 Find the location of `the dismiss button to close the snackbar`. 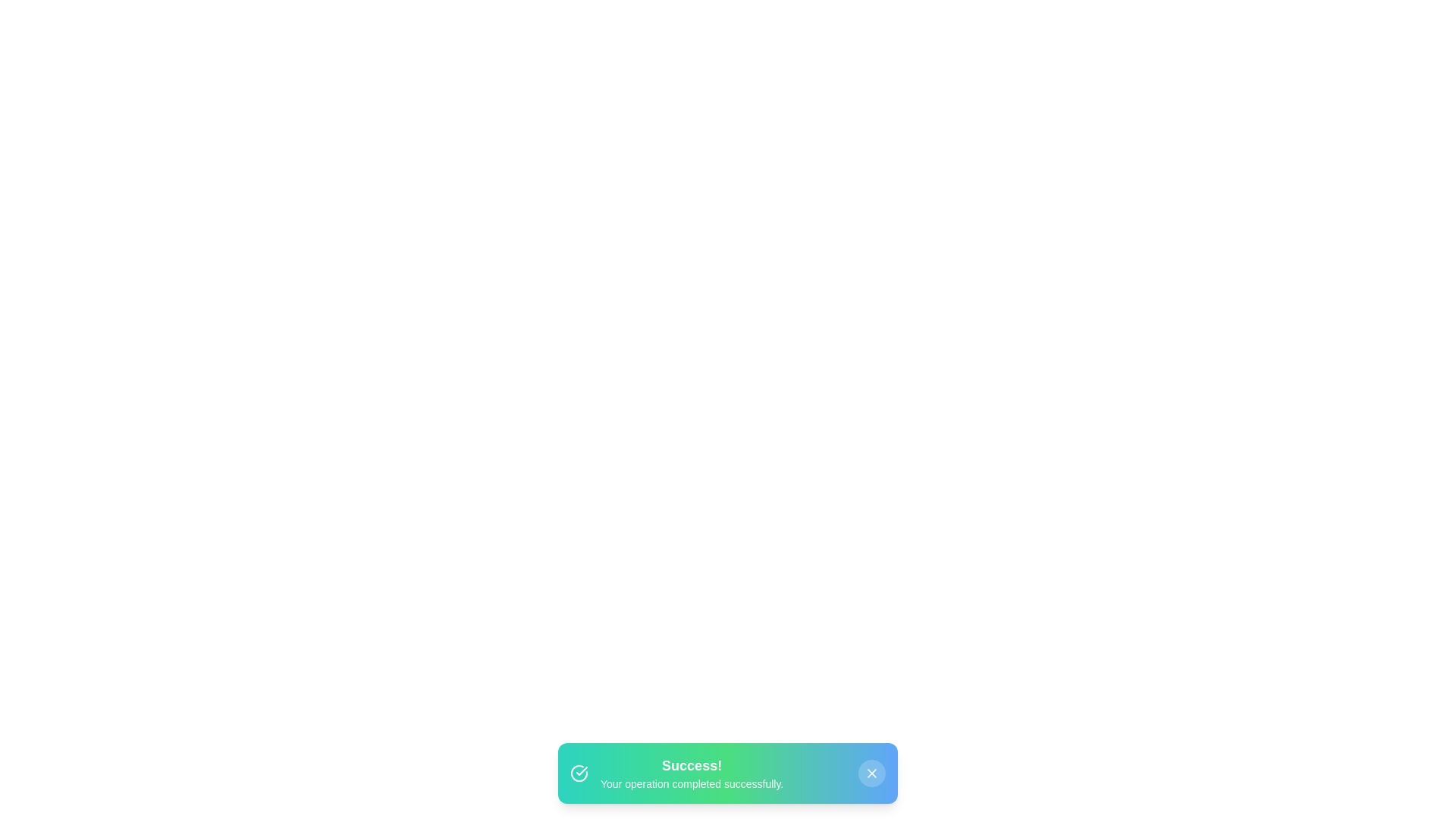

the dismiss button to close the snackbar is located at coordinates (872, 773).